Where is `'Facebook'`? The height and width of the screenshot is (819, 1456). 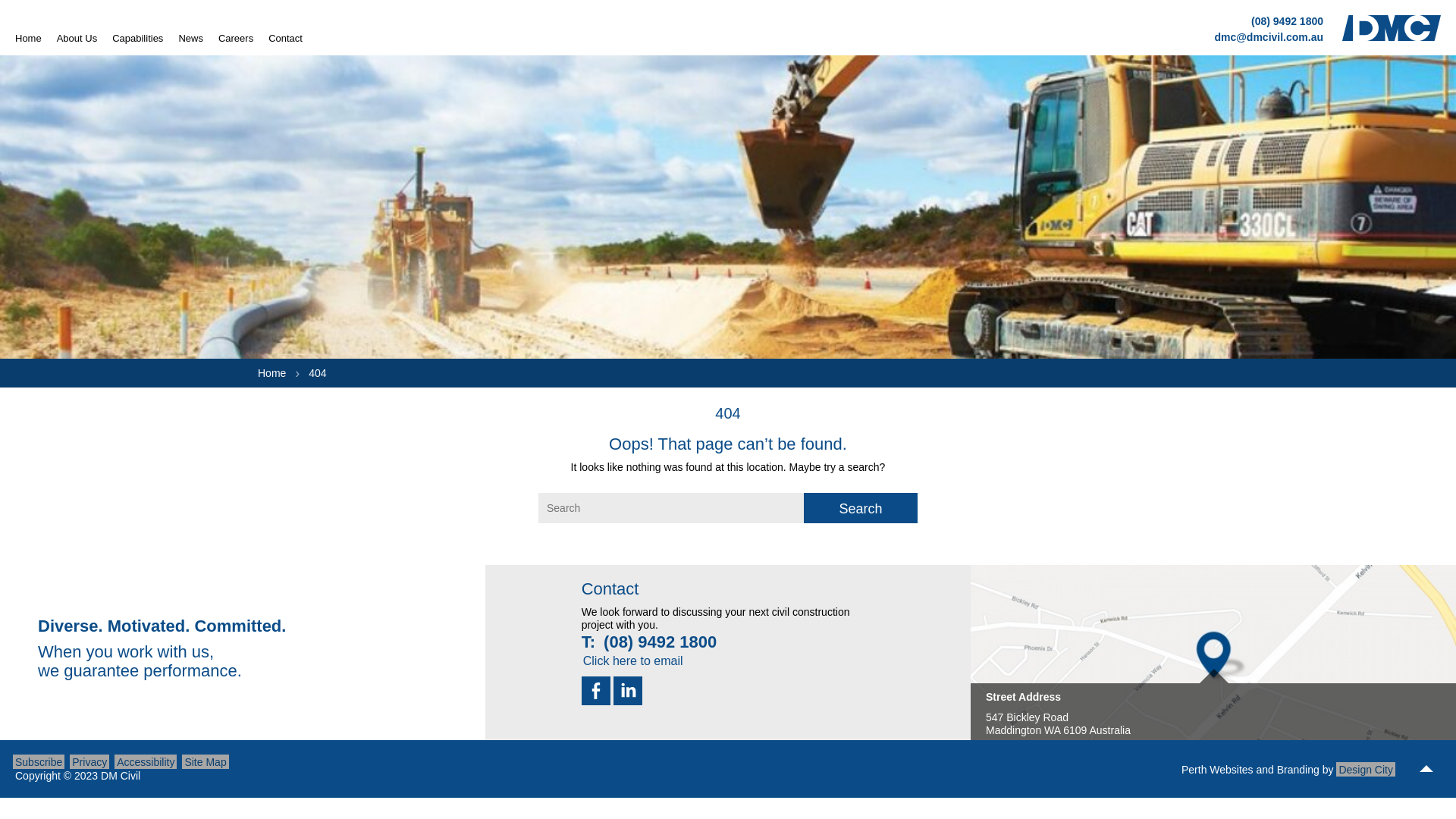 'Facebook' is located at coordinates (581, 690).